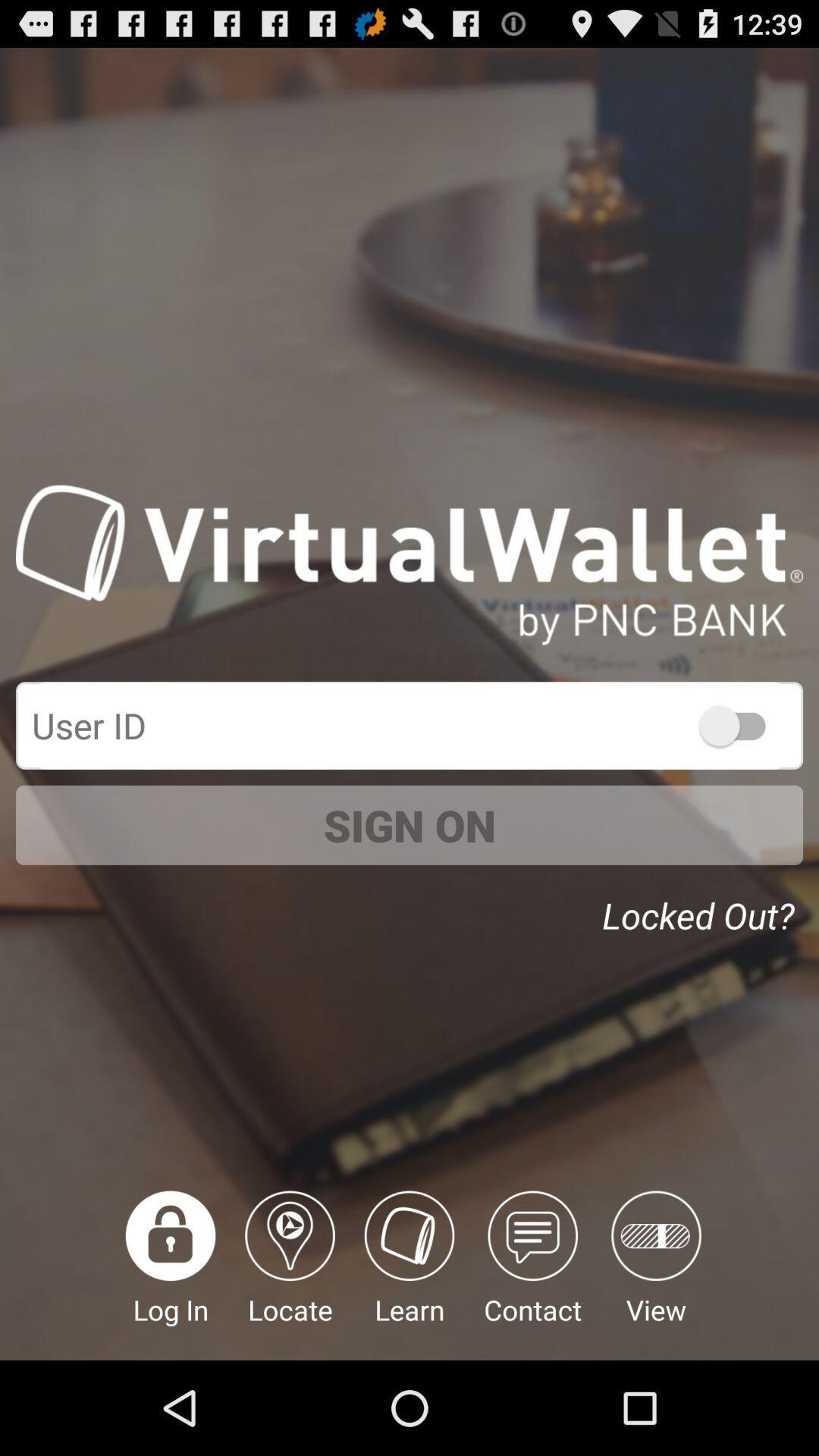 The width and height of the screenshot is (819, 1456). I want to click on the sign on item, so click(409, 824).